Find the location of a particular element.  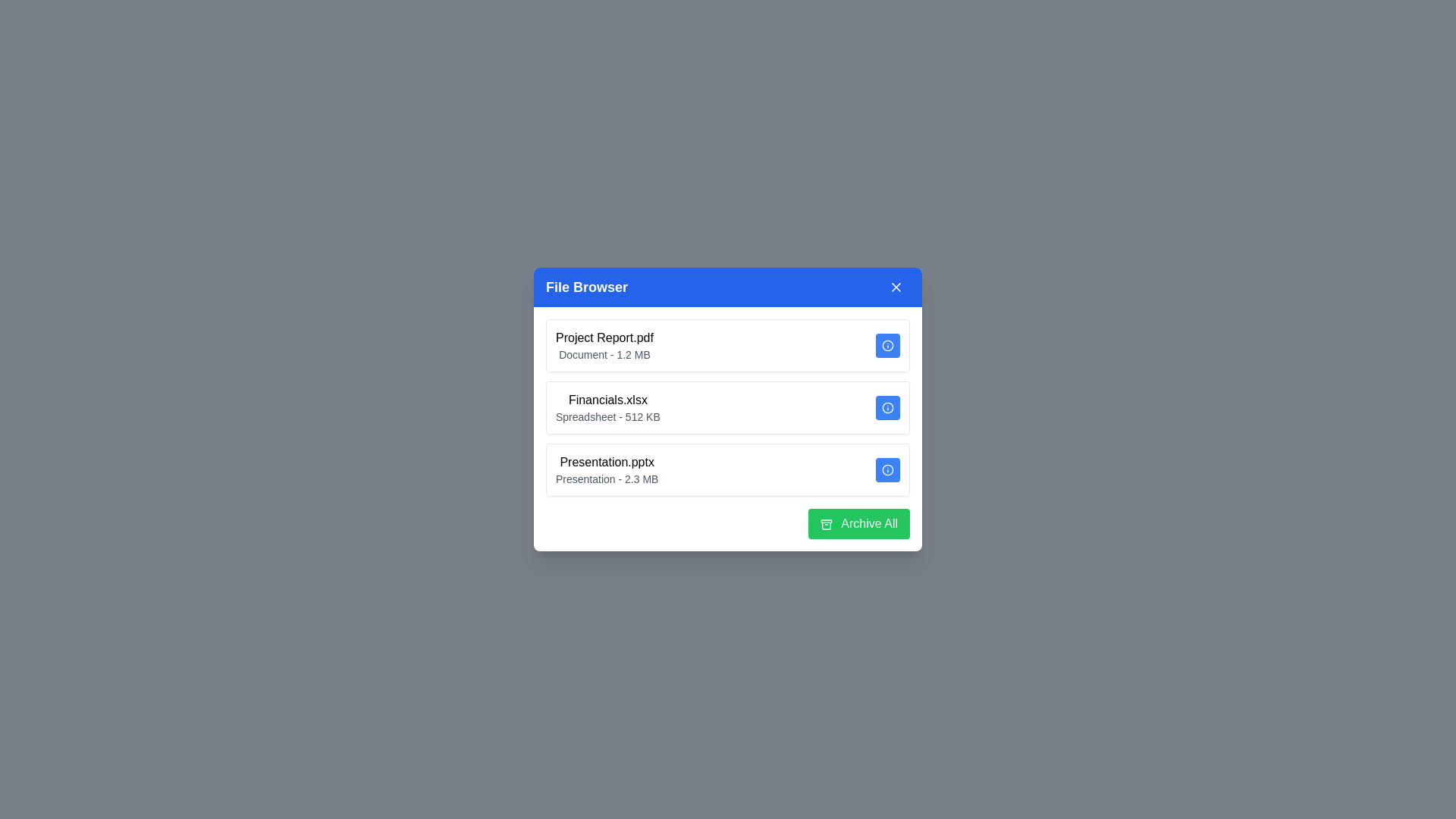

close button at the top-right corner of the File Browser dialog is located at coordinates (896, 287).